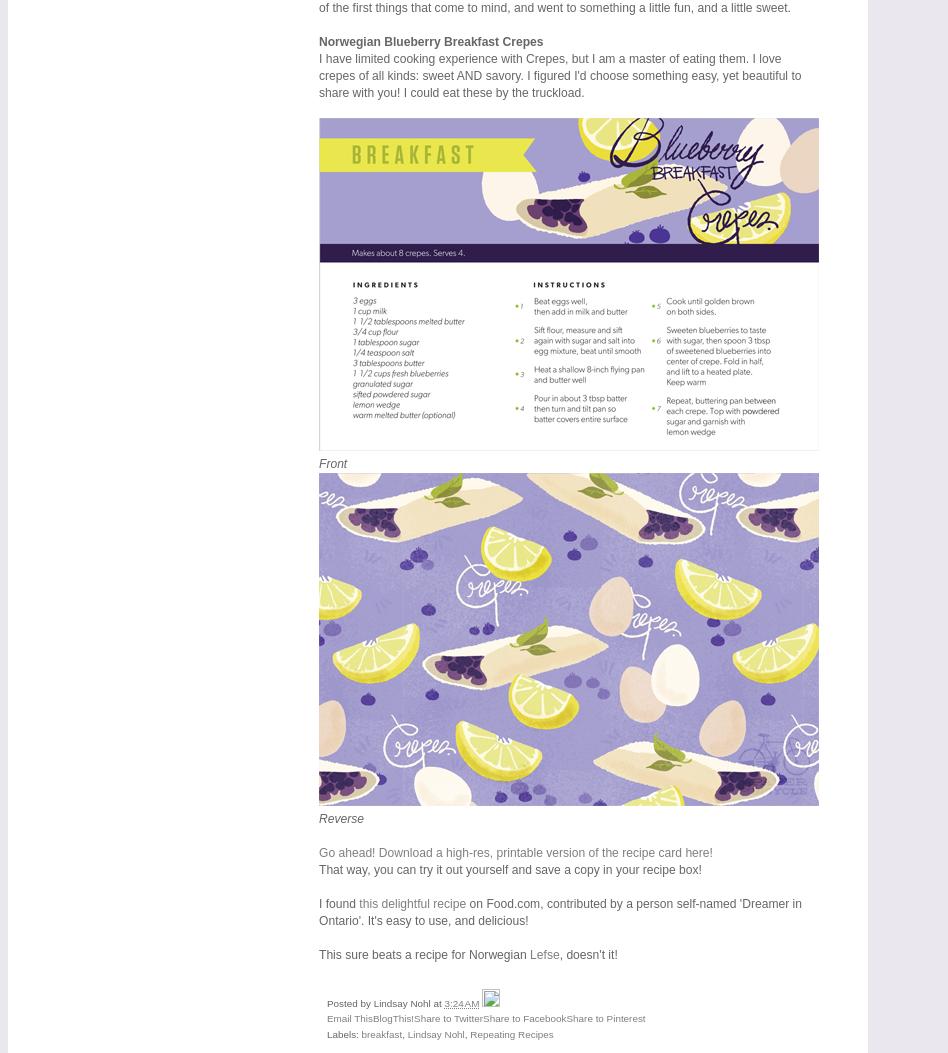  I want to click on 'This sure beats a recipe for Norwegian', so click(423, 953).